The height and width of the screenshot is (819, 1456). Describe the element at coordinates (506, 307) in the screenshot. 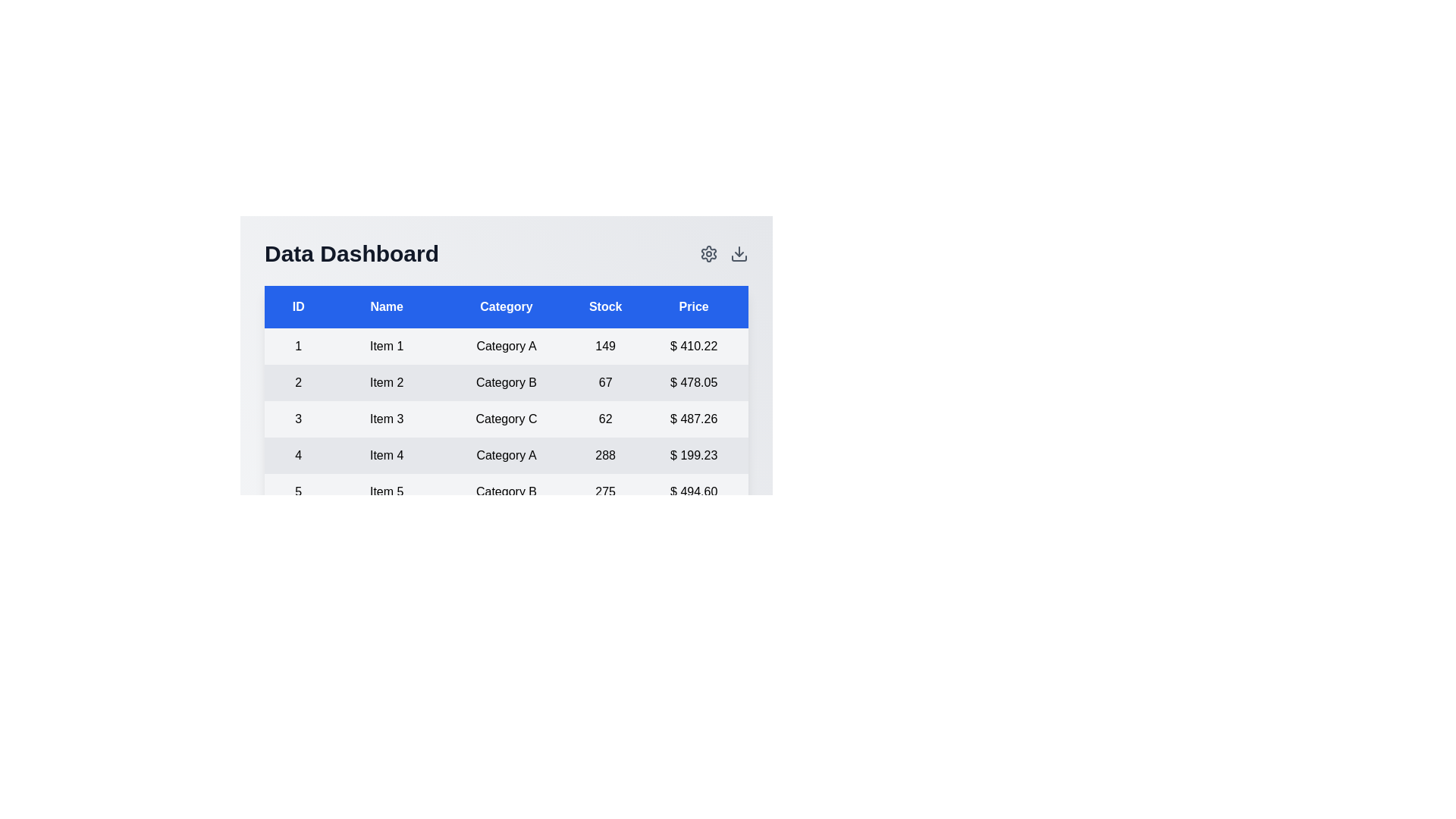

I see `the column header to sort the table by Category` at that location.